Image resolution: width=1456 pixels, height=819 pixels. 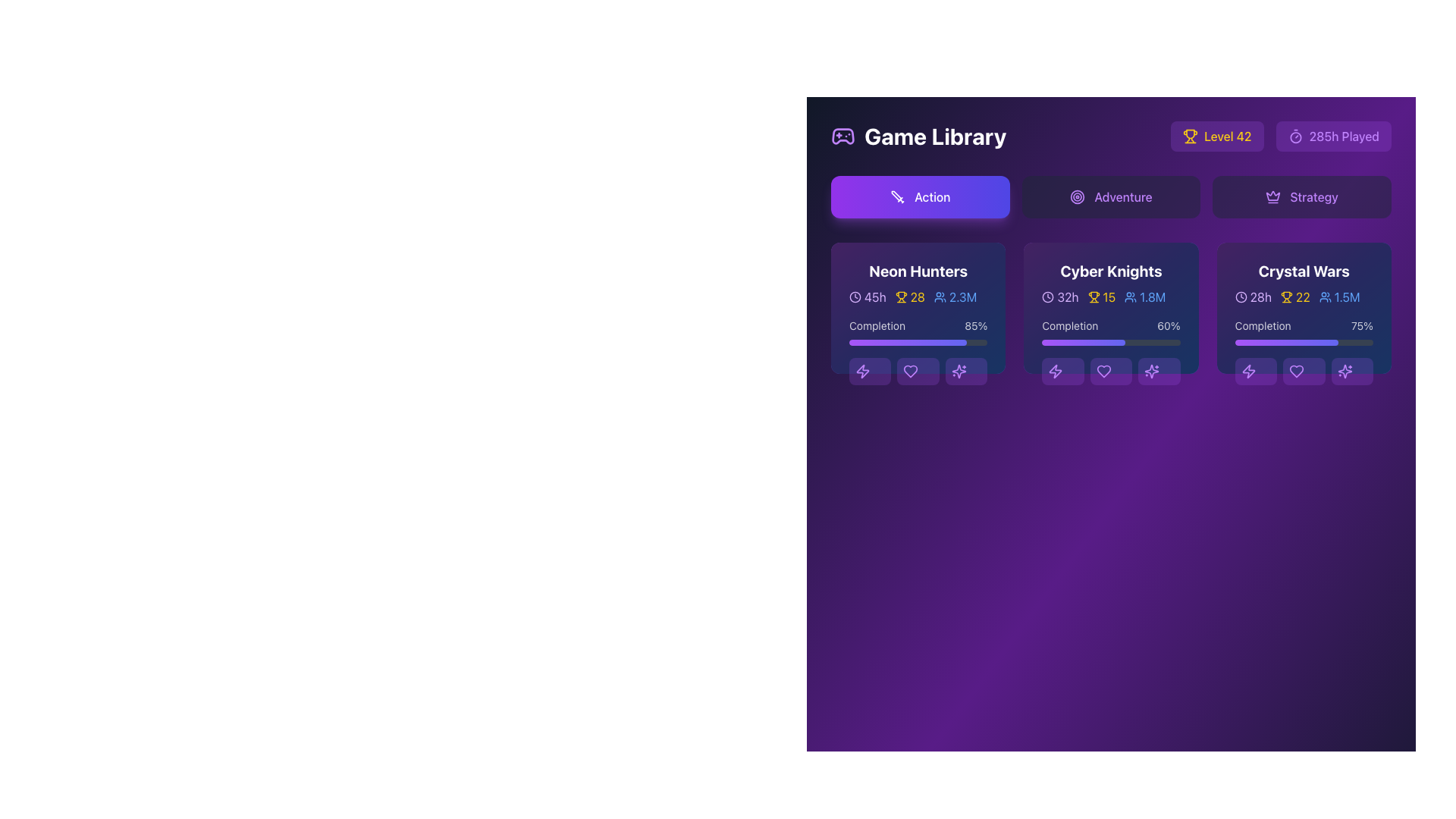 I want to click on the crown-shaped icon in the header section, which is rendered in purple and located next to the 'Level 42' text, so click(x=1273, y=195).